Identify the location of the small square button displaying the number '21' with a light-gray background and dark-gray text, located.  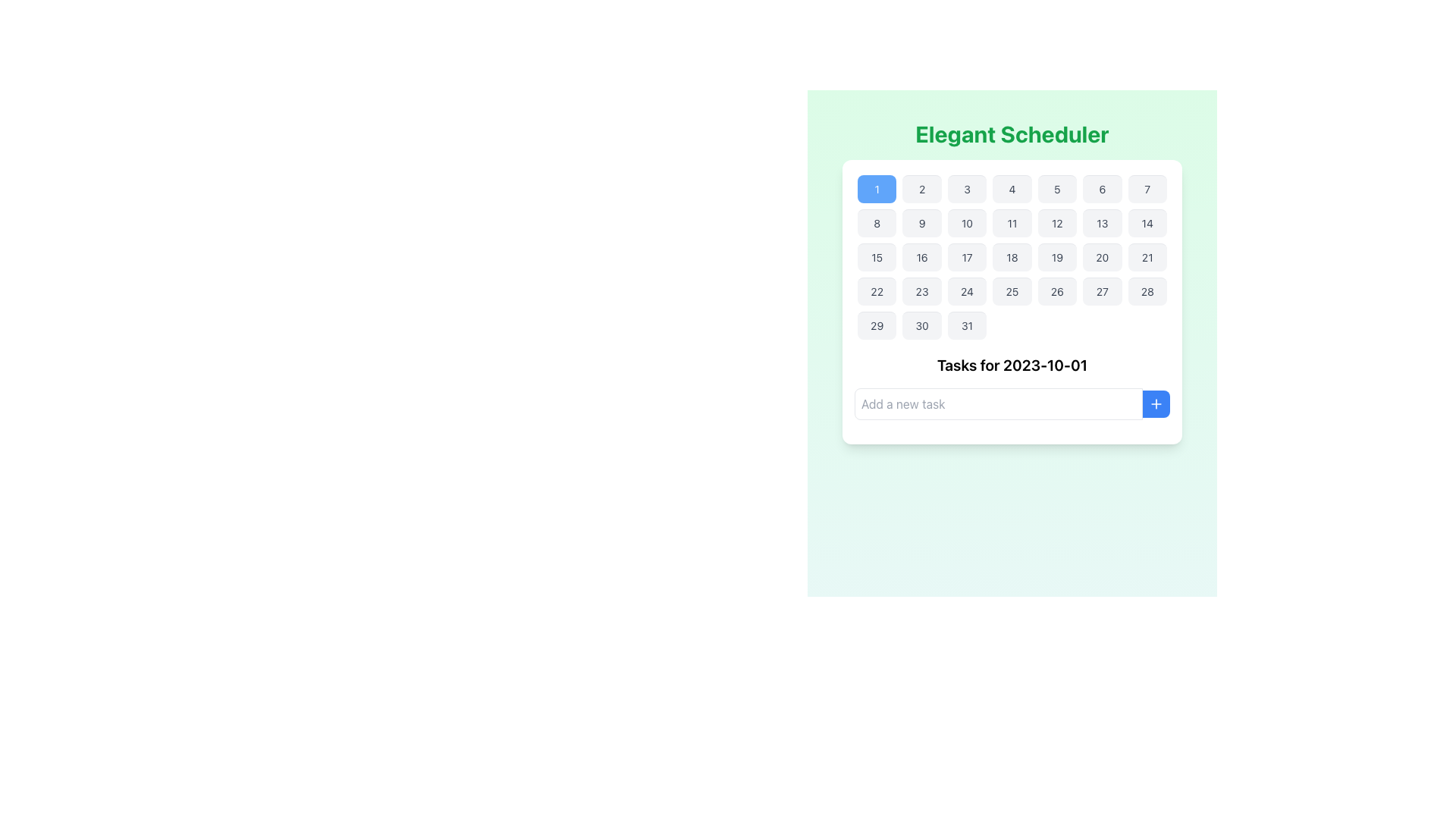
(1147, 256).